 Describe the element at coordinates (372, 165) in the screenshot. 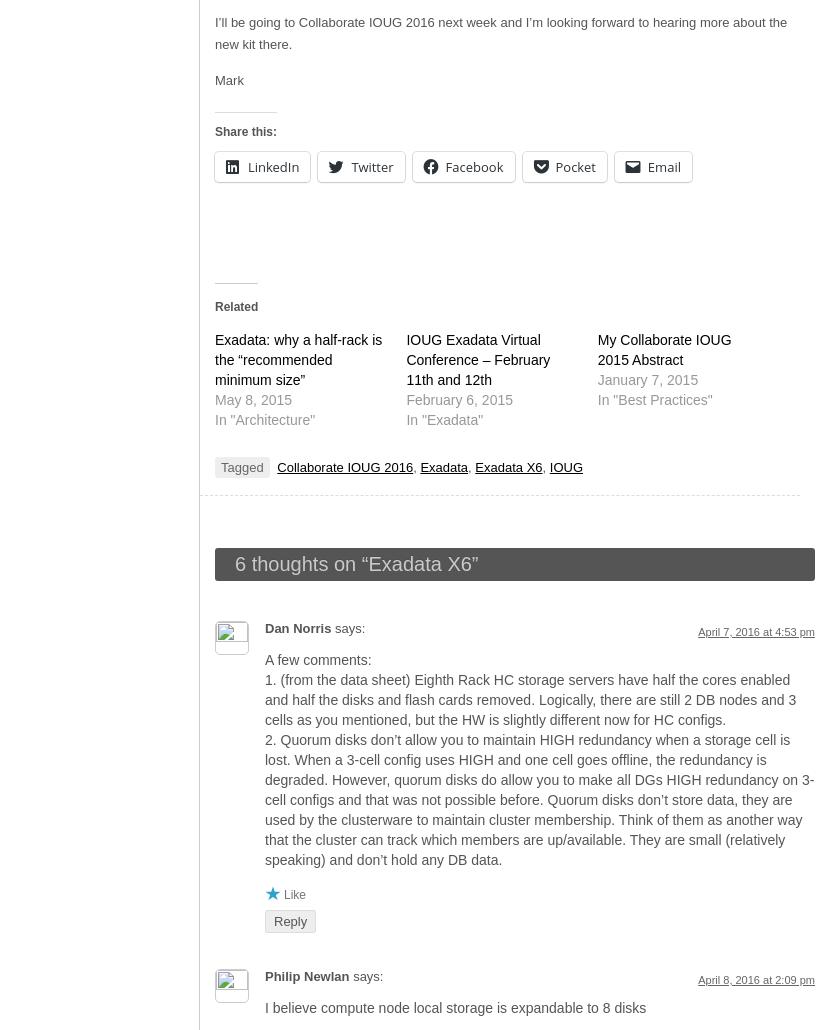

I see `'Twitter'` at that location.